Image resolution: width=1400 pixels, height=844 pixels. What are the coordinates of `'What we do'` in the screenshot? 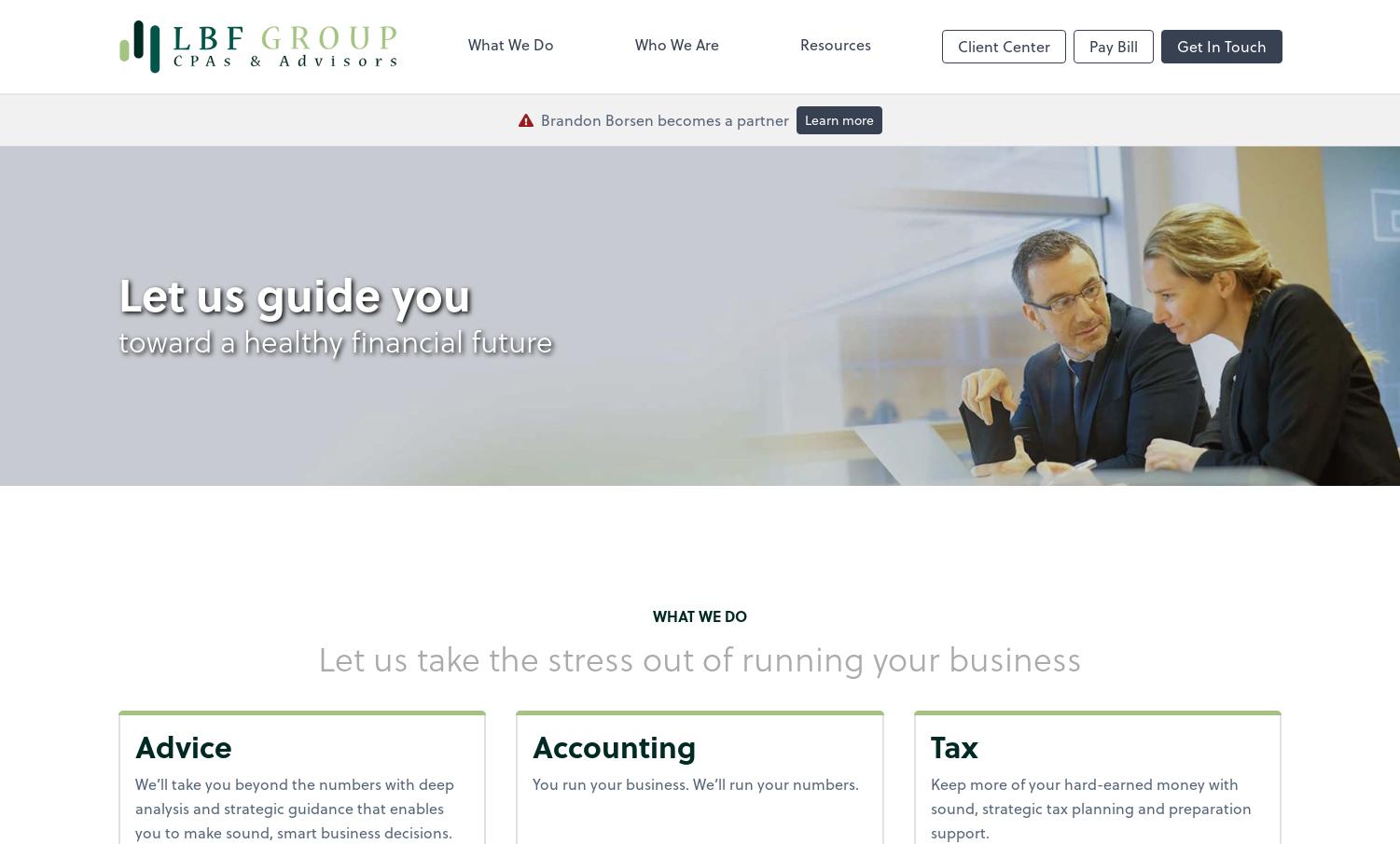 It's located at (700, 615).